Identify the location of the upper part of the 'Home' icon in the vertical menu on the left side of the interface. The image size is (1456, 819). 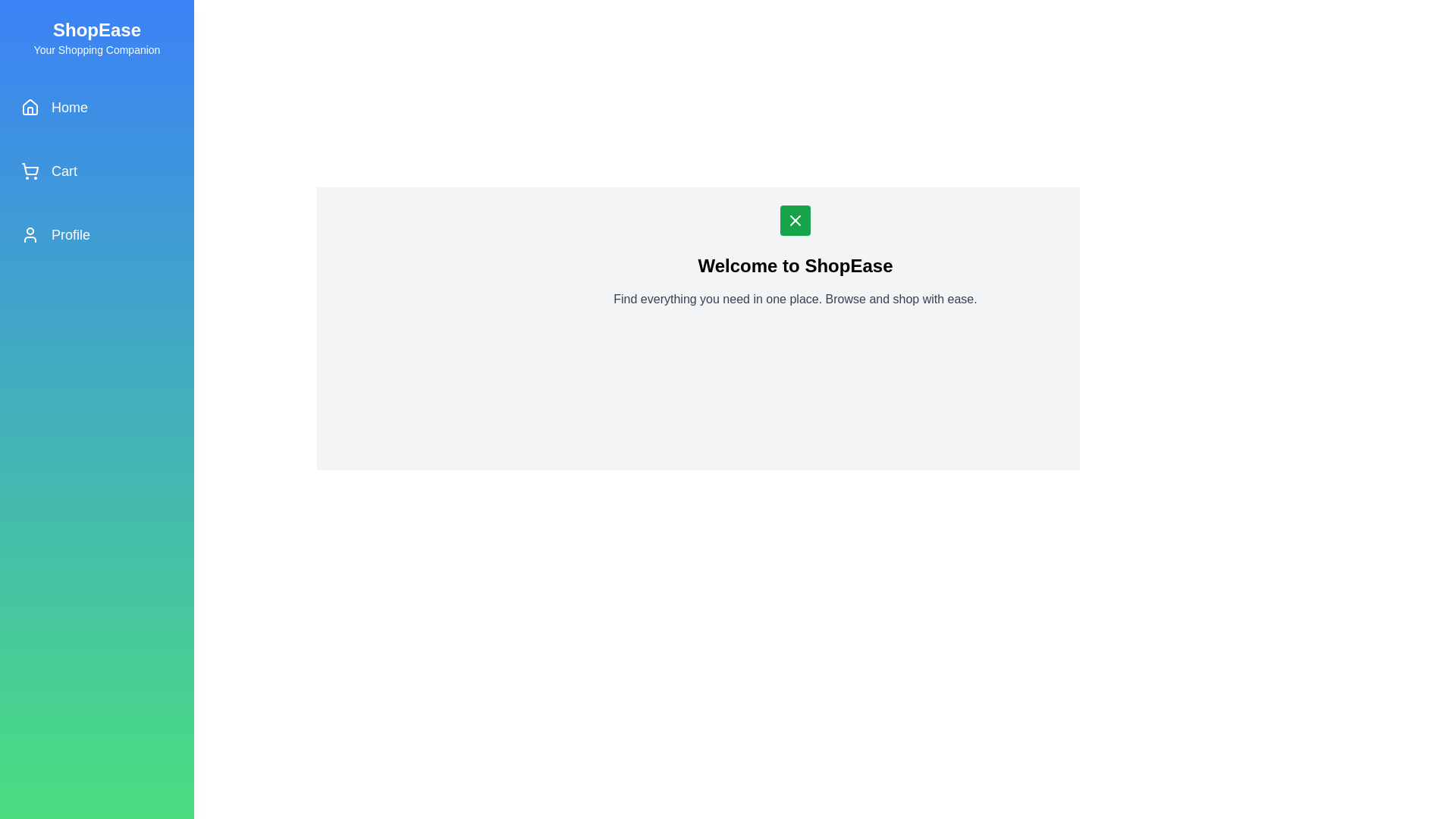
(30, 106).